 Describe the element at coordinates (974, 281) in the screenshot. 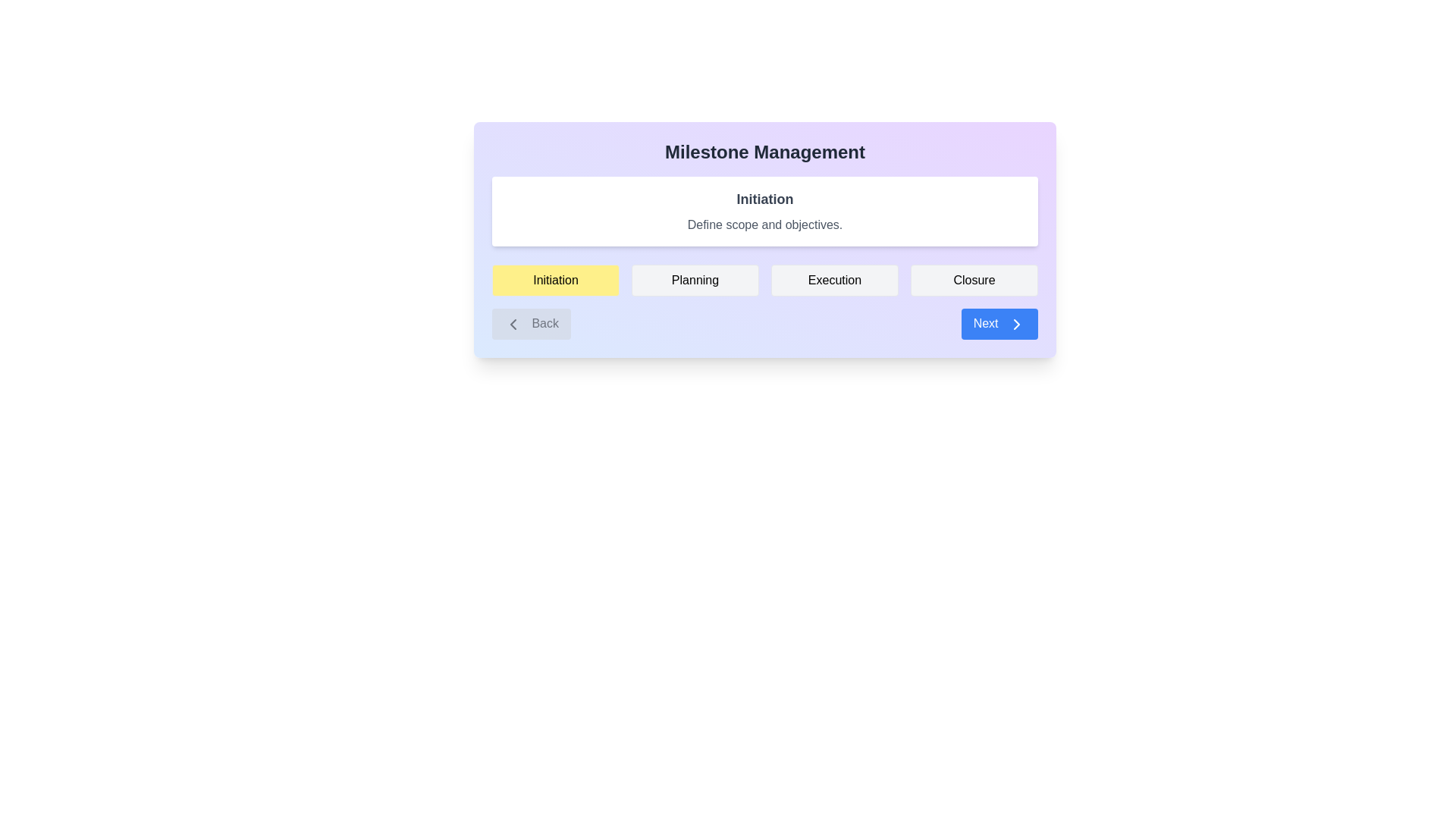

I see `the 'Closure' text label, which is located in the lower right area of the interface, rightmost among four similar elements in a horizontal sequence` at that location.